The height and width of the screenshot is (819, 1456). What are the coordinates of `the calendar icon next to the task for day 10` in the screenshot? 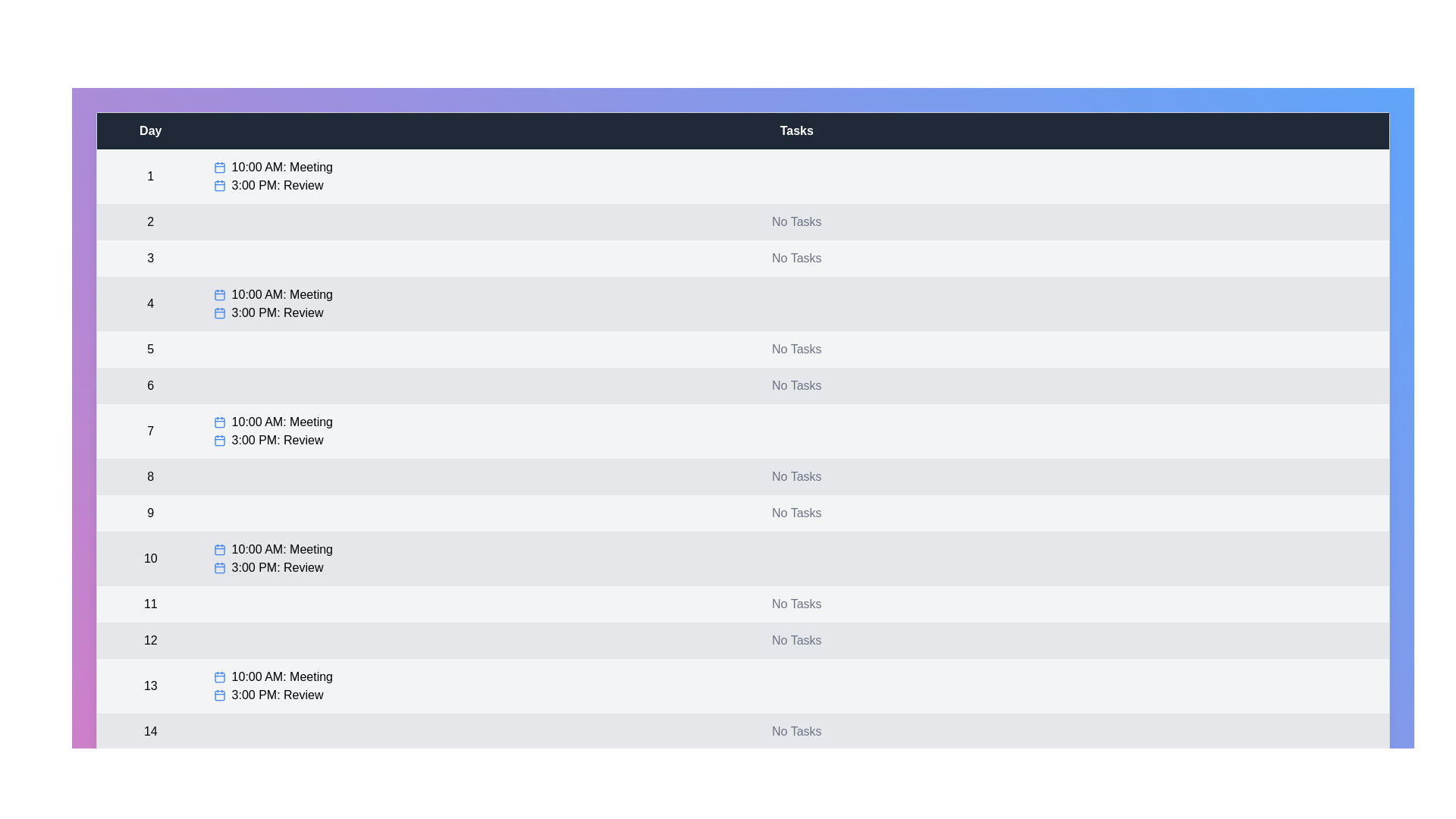 It's located at (218, 550).